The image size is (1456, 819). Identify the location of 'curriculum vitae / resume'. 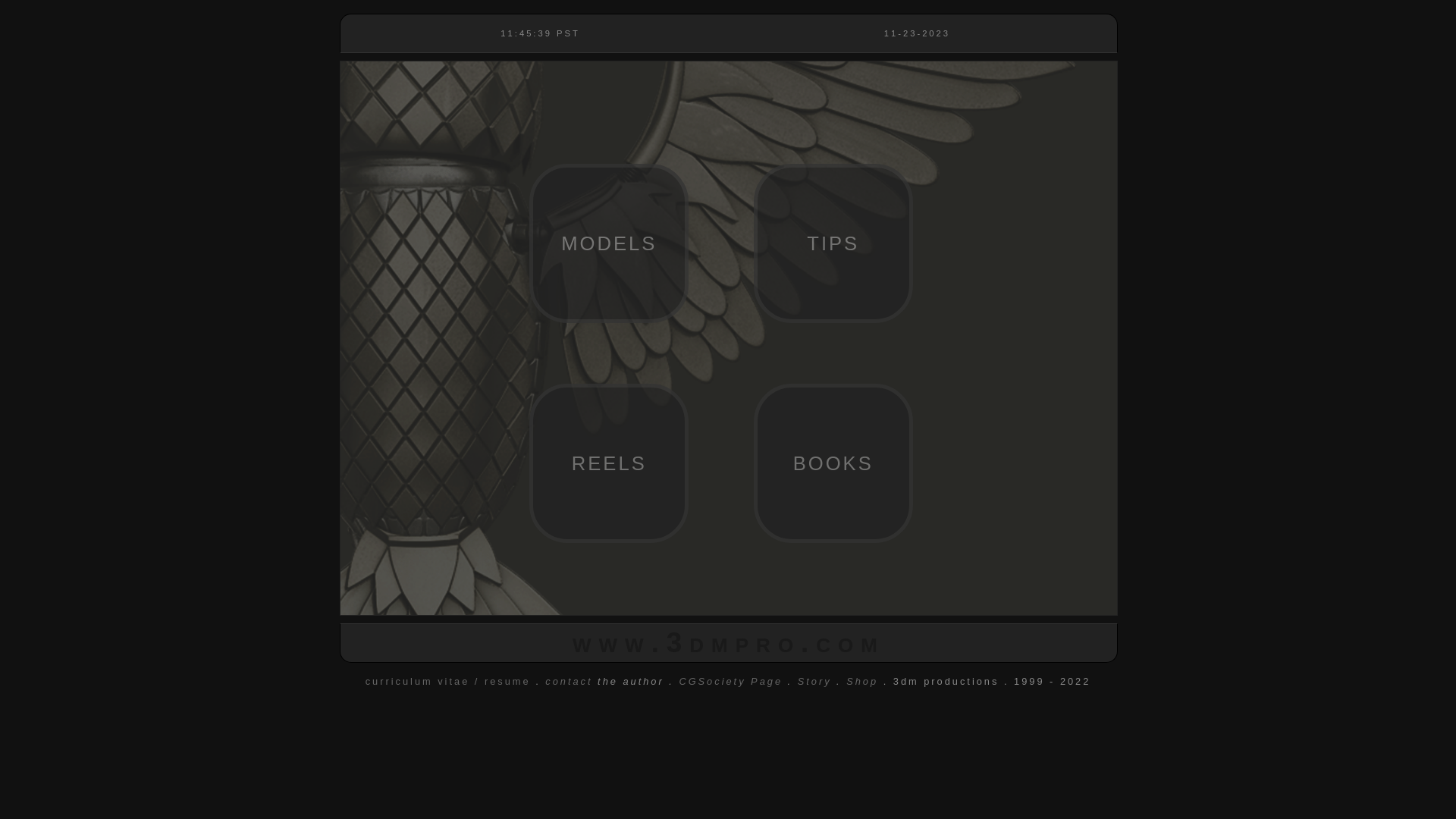
(365, 680).